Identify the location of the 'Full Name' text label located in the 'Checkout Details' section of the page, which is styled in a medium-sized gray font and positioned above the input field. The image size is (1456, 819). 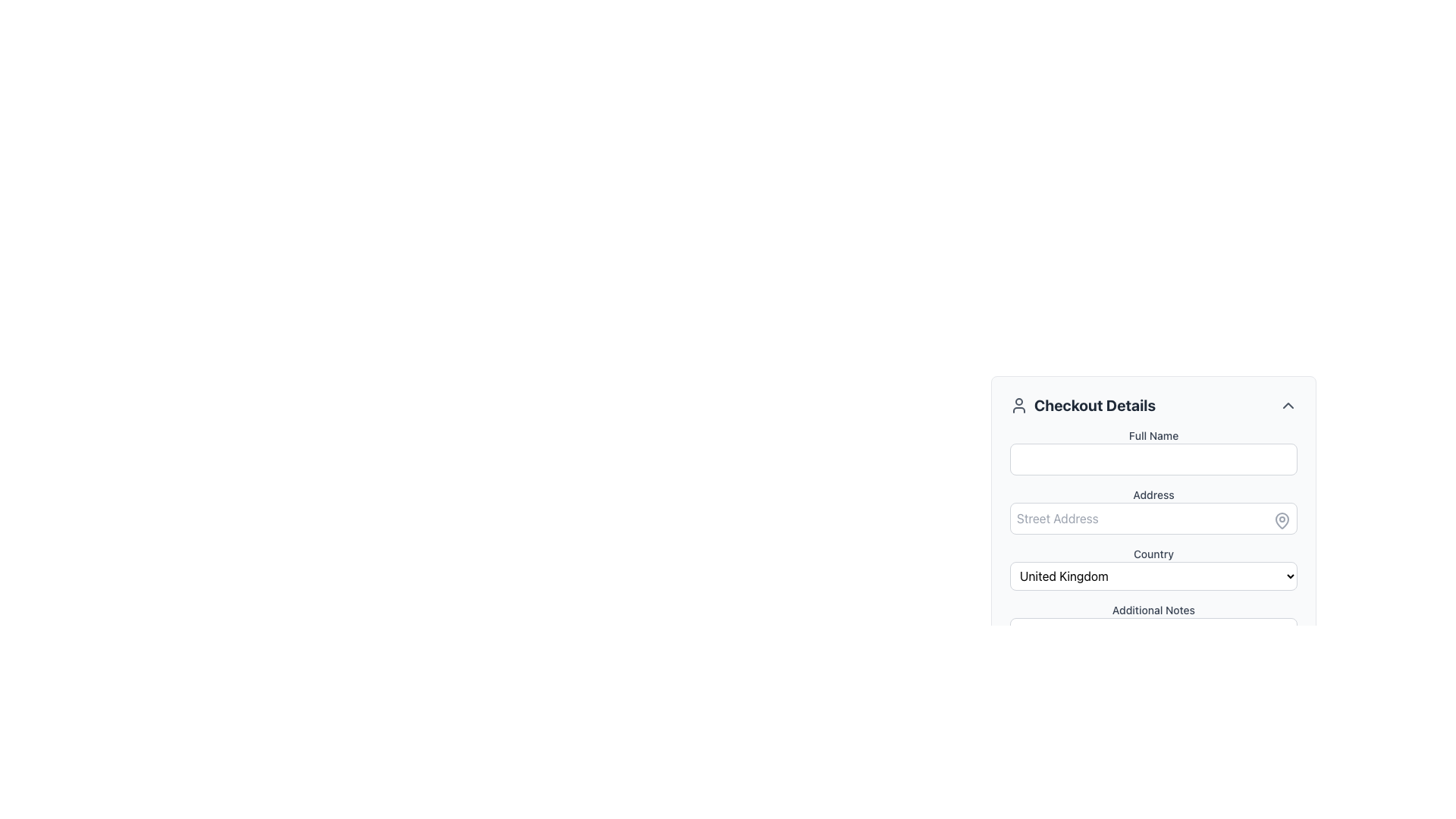
(1153, 435).